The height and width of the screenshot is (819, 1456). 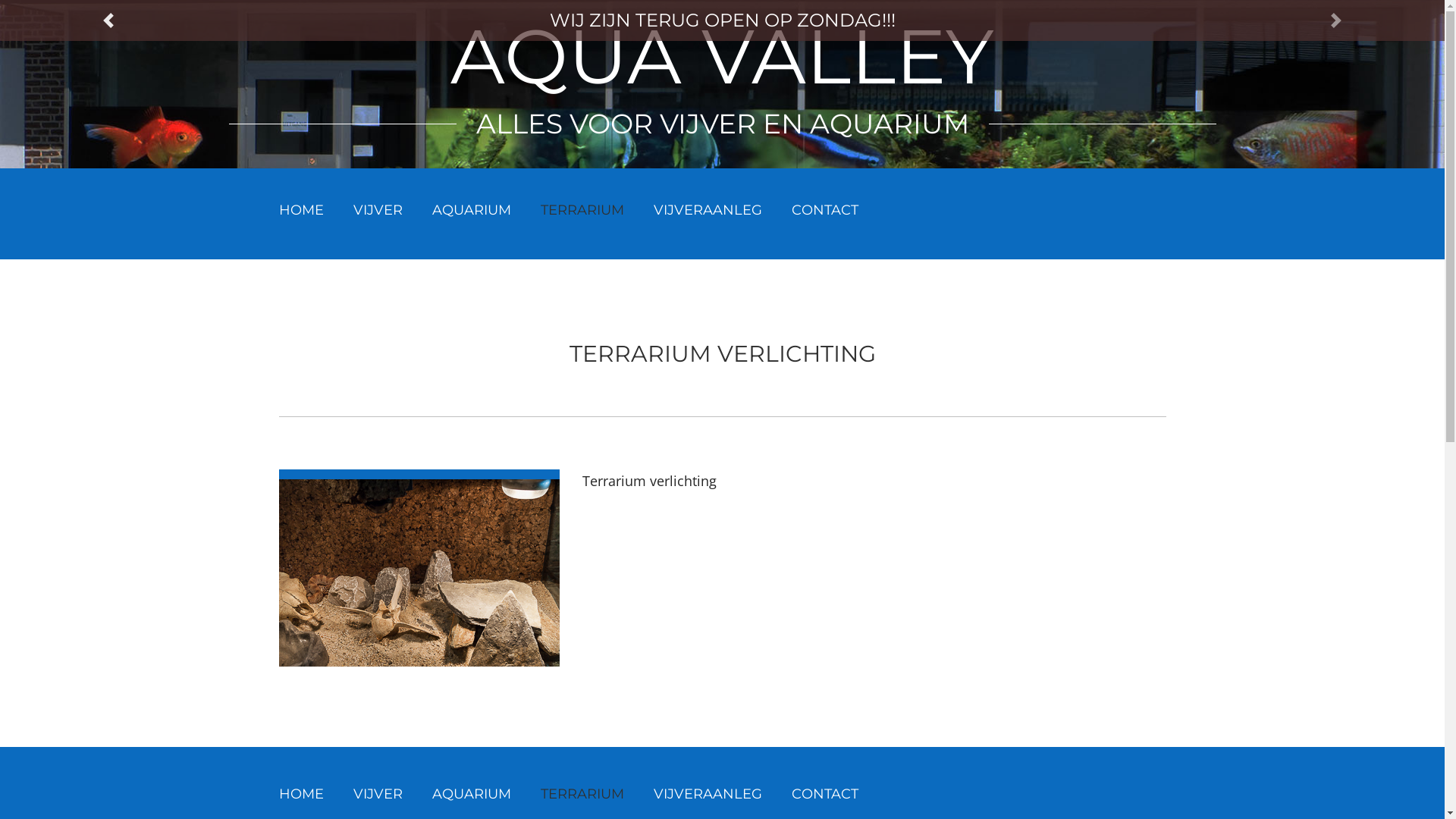 I want to click on 'NEXT', so click(x=1335, y=5).